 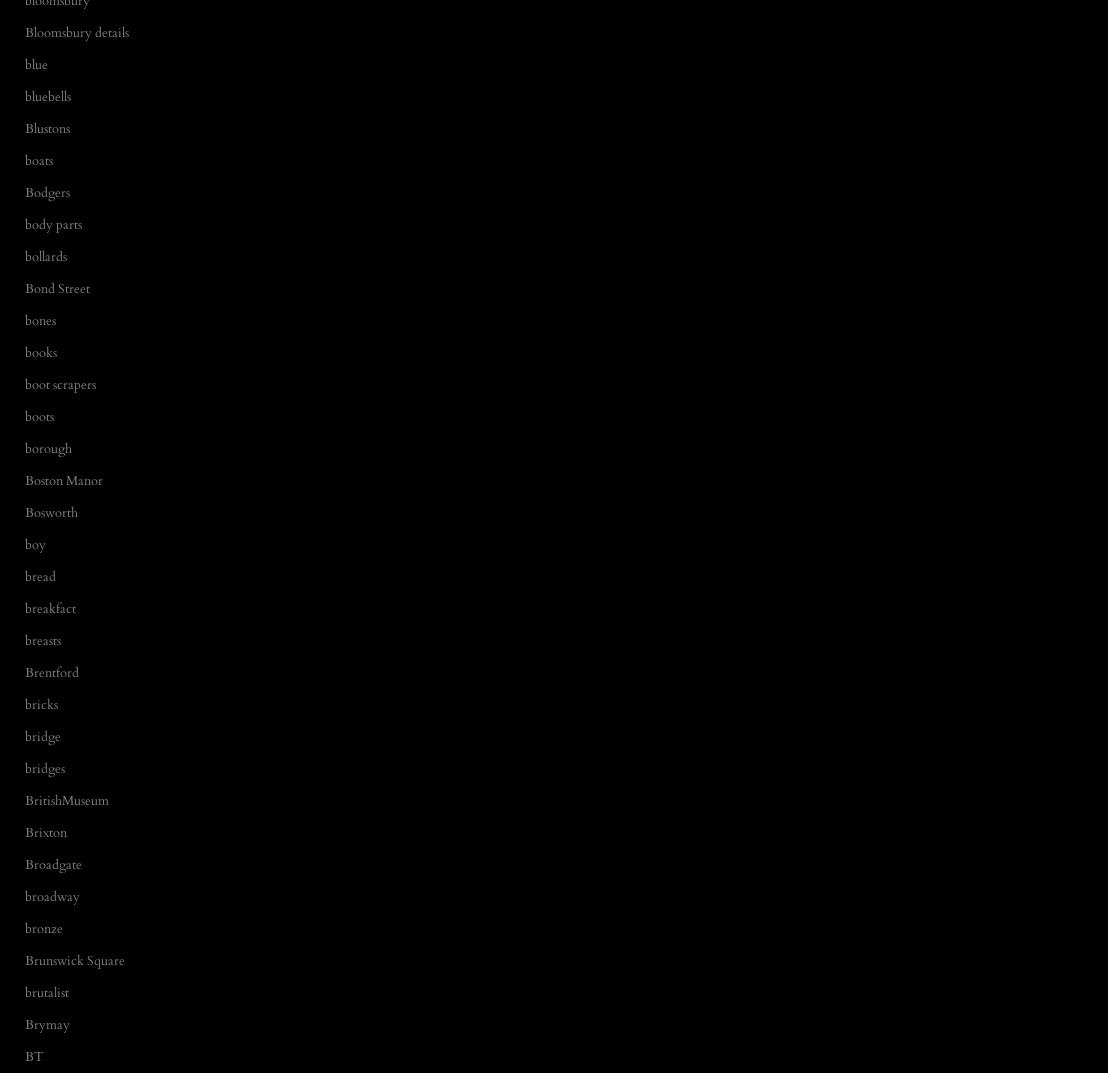 I want to click on 'Bloomsbury details', so click(x=76, y=30).